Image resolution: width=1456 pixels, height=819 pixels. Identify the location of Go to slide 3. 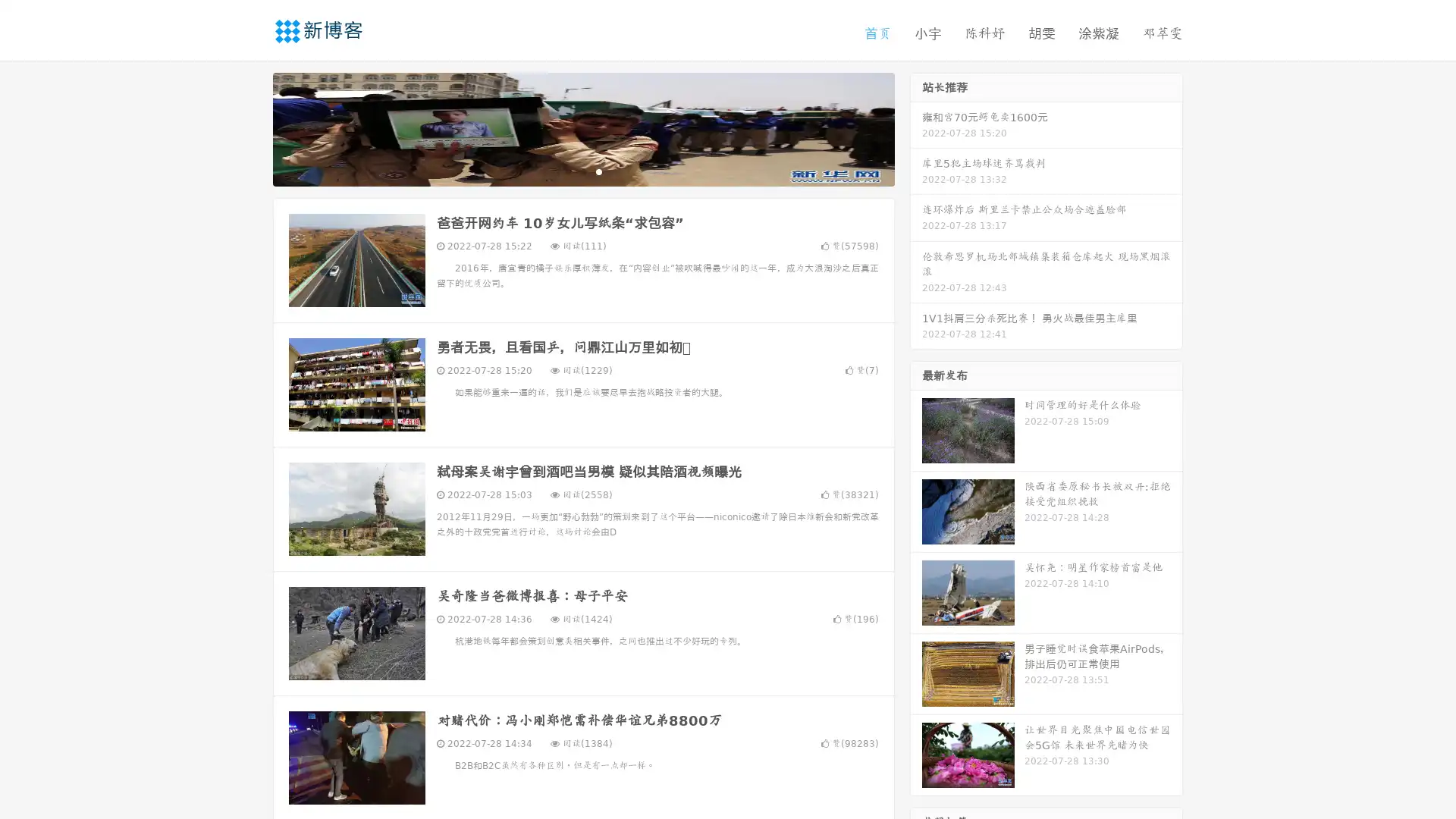
(598, 171).